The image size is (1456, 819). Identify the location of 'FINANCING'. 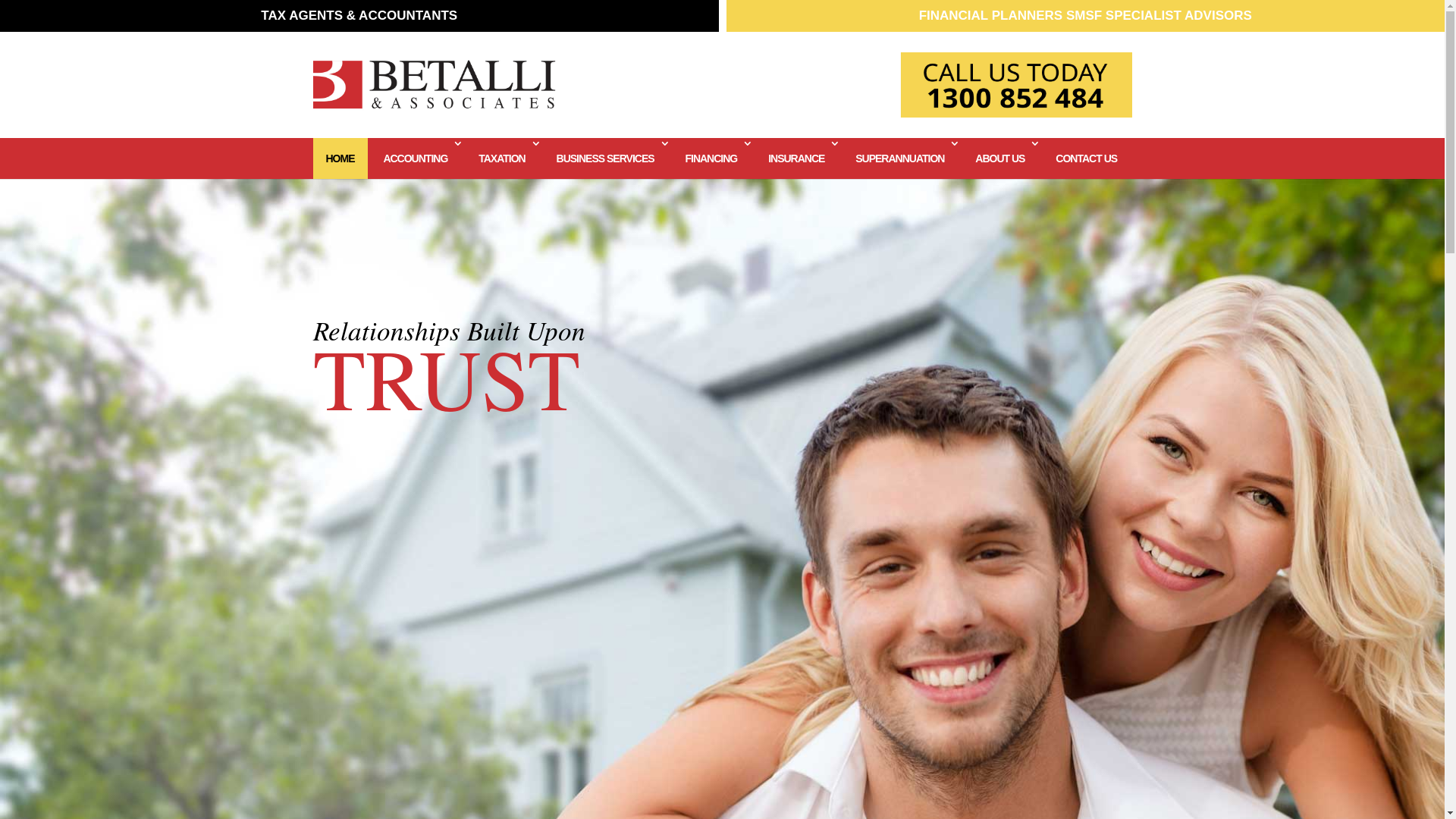
(711, 158).